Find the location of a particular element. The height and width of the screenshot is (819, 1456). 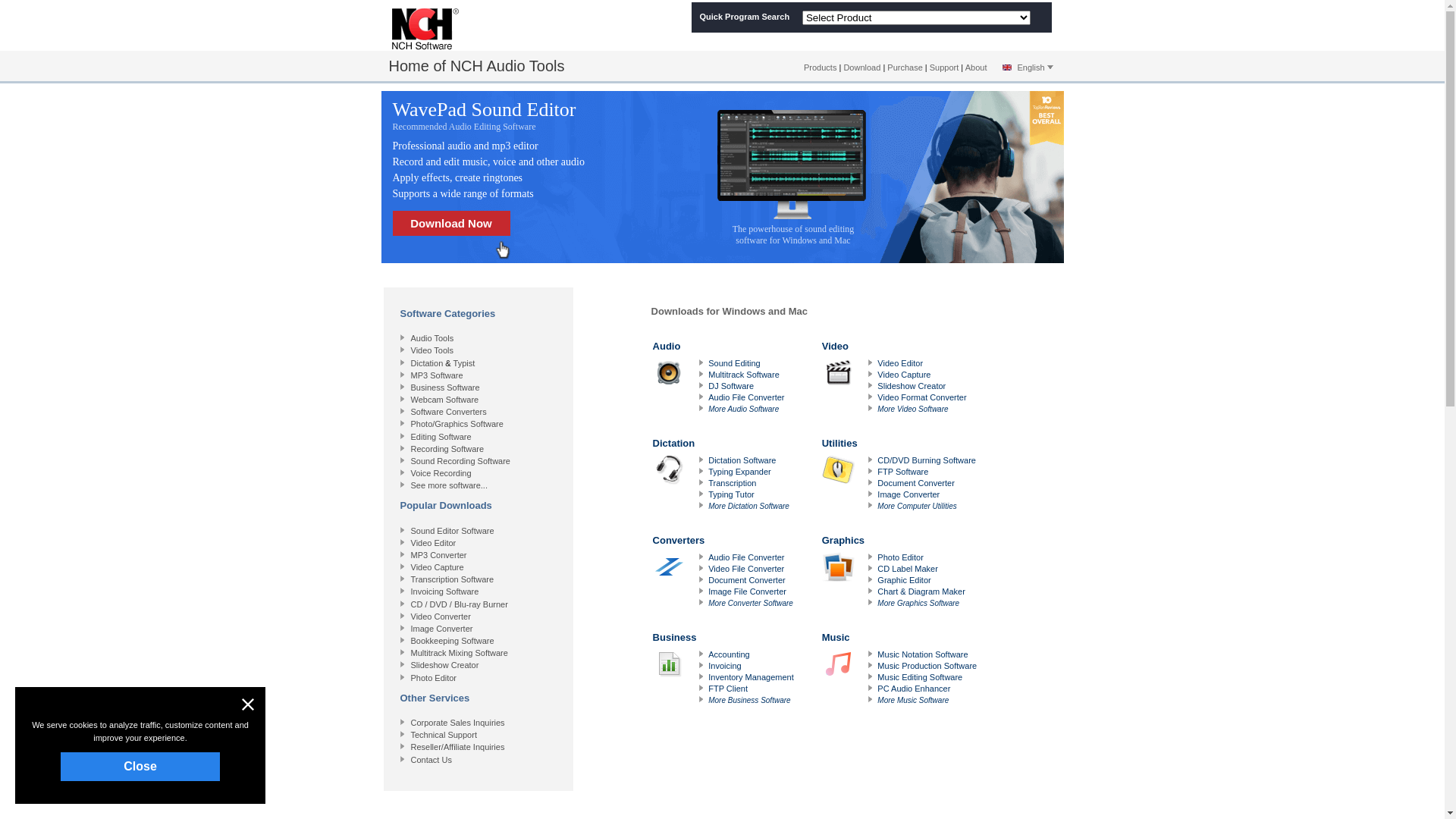

'Transcription' is located at coordinates (732, 482).